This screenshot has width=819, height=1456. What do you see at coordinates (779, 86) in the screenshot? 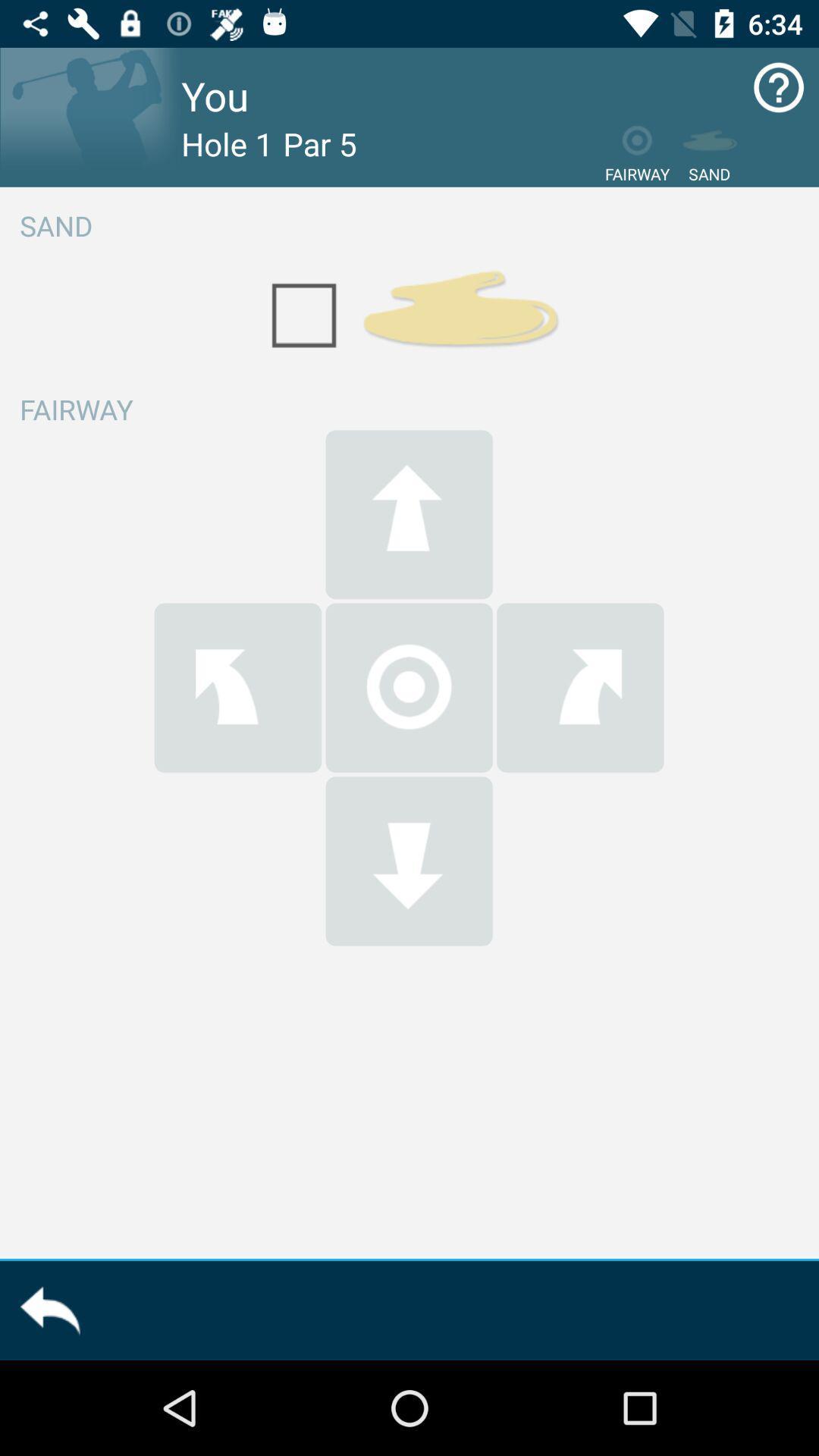
I see `open how to` at bounding box center [779, 86].